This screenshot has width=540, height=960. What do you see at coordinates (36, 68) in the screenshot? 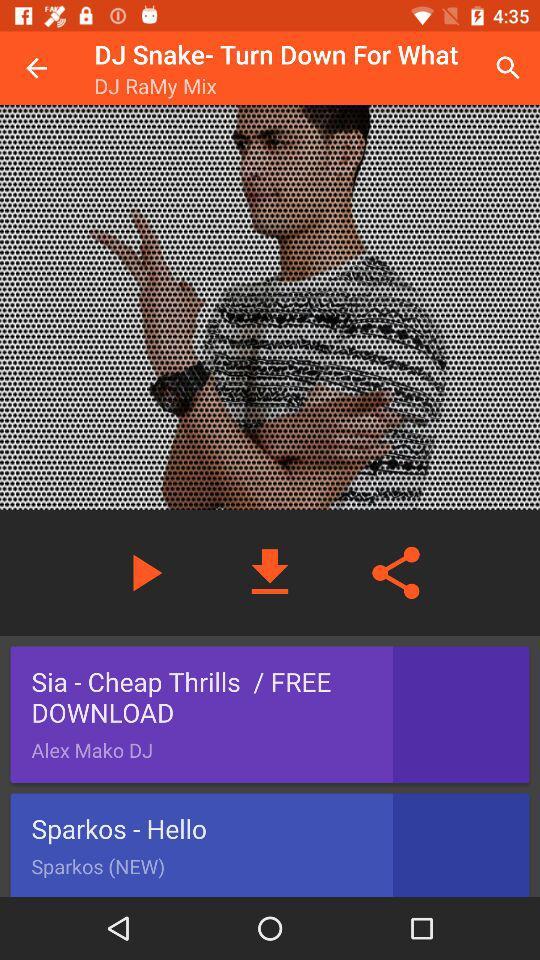
I see `the item to the left of the dj snake turn item` at bounding box center [36, 68].